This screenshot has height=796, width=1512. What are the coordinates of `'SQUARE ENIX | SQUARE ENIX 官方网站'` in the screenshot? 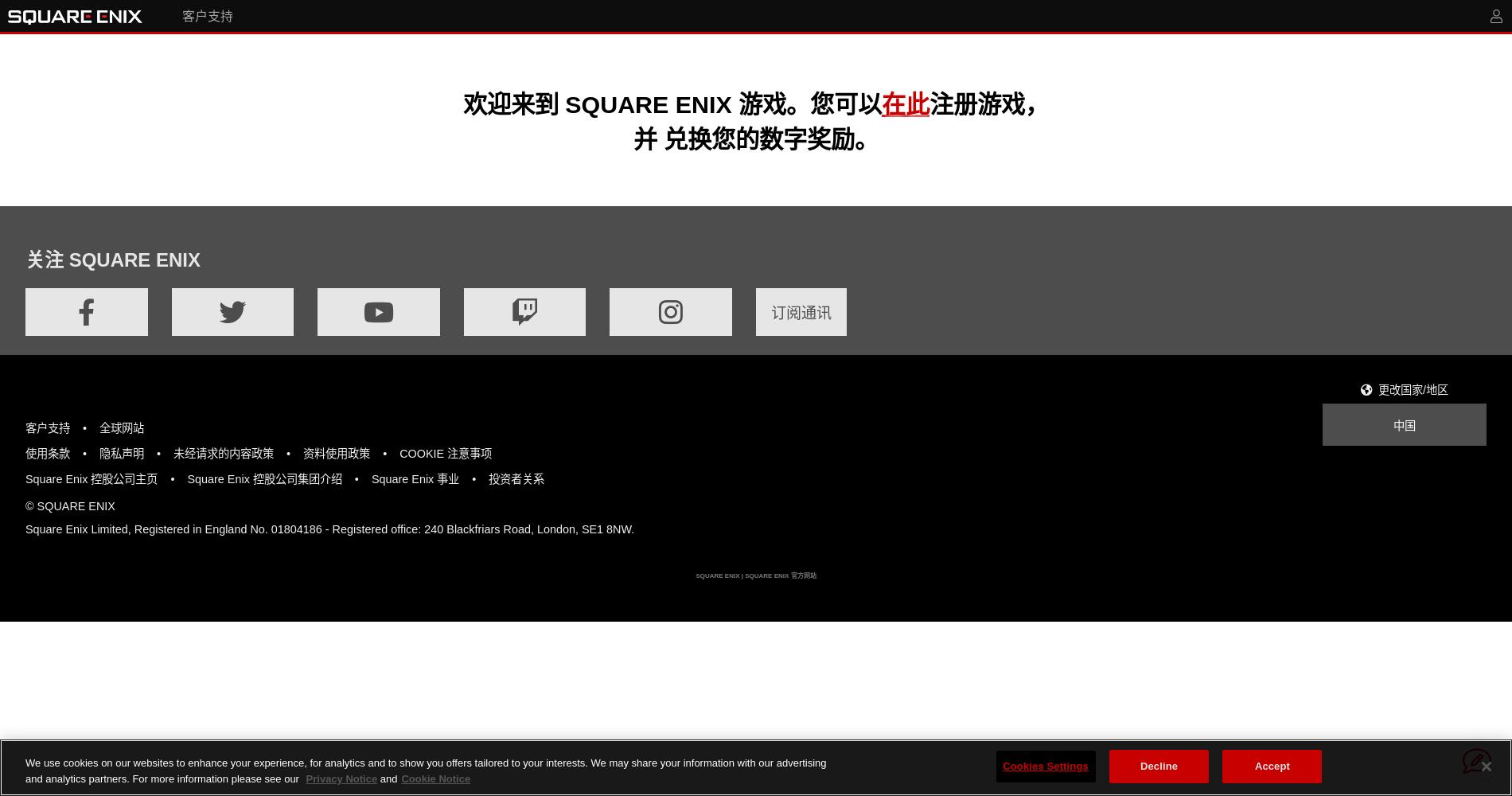 It's located at (754, 574).